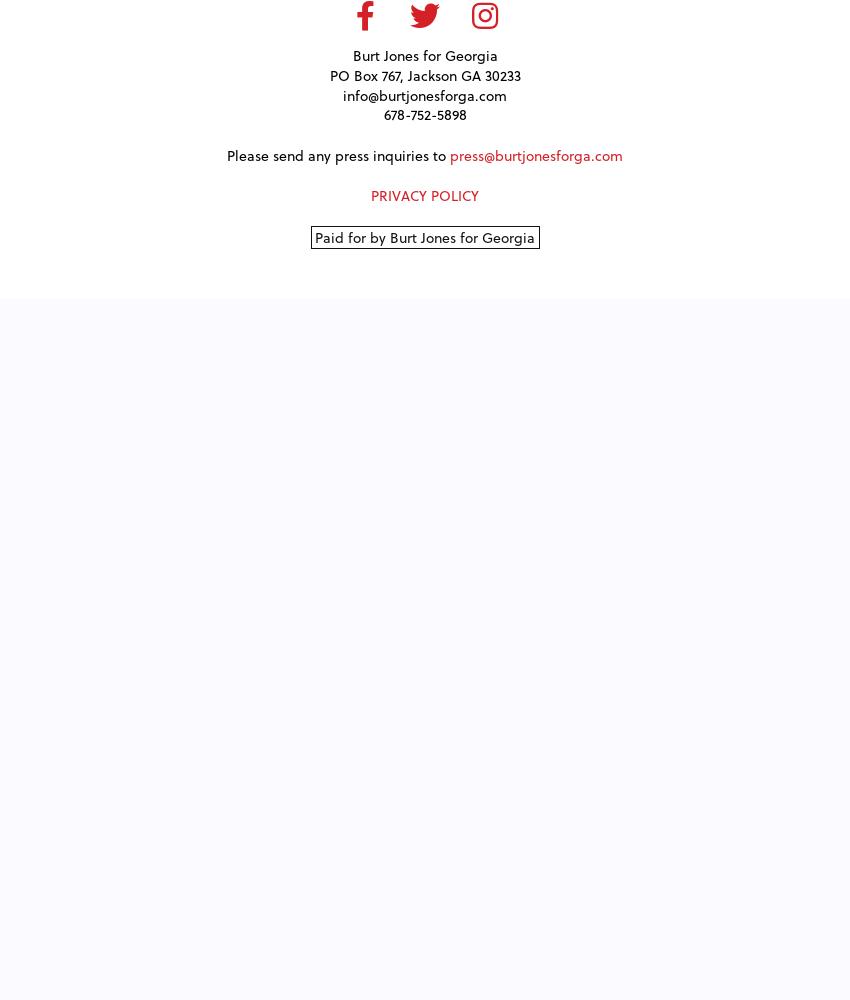 This screenshot has height=1000, width=850. I want to click on 'Issues', so click(425, 51).